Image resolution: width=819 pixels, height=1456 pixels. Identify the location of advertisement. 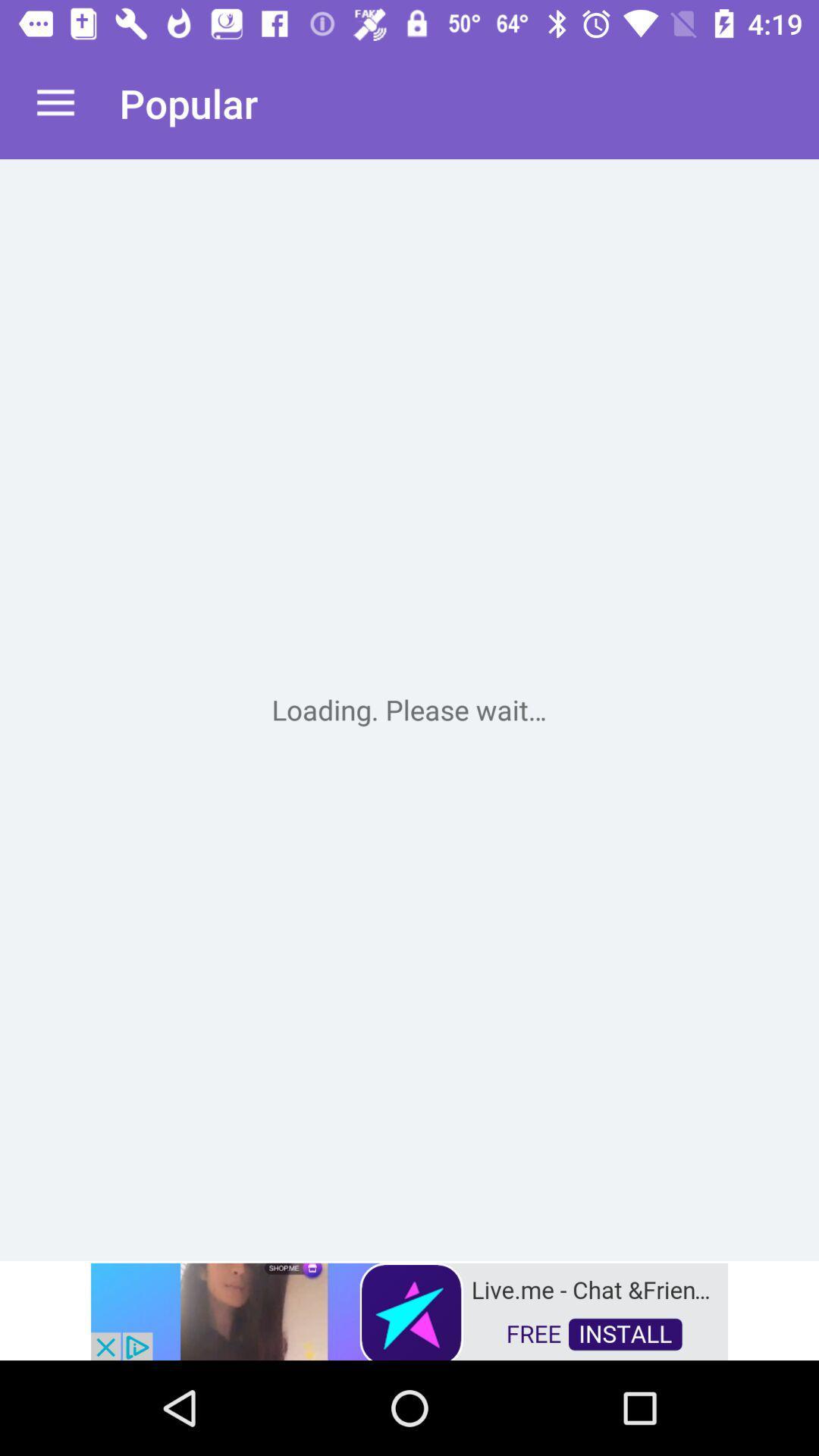
(409, 1310).